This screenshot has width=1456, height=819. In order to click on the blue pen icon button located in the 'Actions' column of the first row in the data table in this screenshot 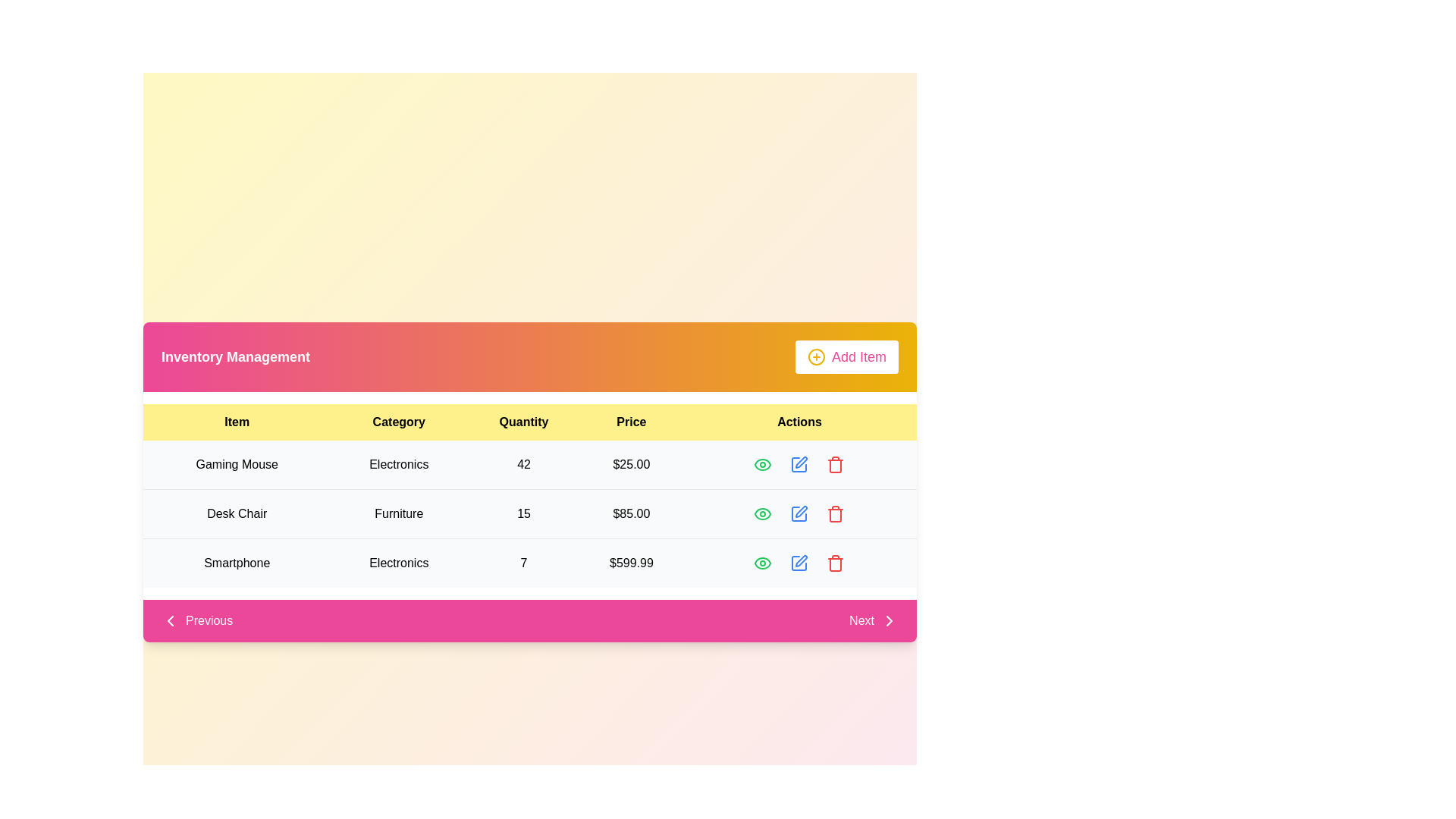, I will do `click(799, 464)`.